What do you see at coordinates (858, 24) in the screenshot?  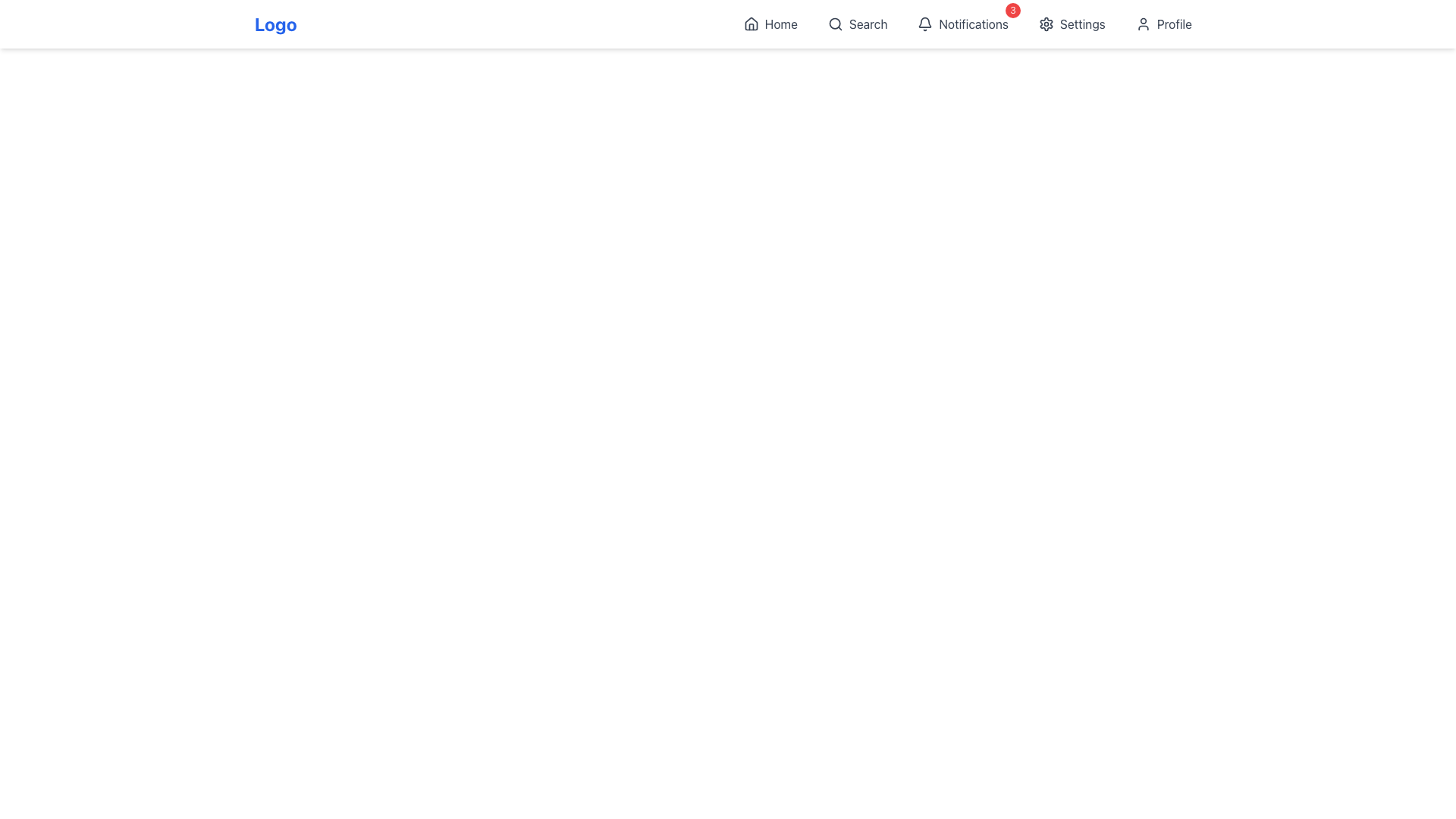 I see `the Interactive button located in the horizontal navigation bar at the top of the interface, between the 'Home' button and the 'Notifications' button, to change its color` at bounding box center [858, 24].